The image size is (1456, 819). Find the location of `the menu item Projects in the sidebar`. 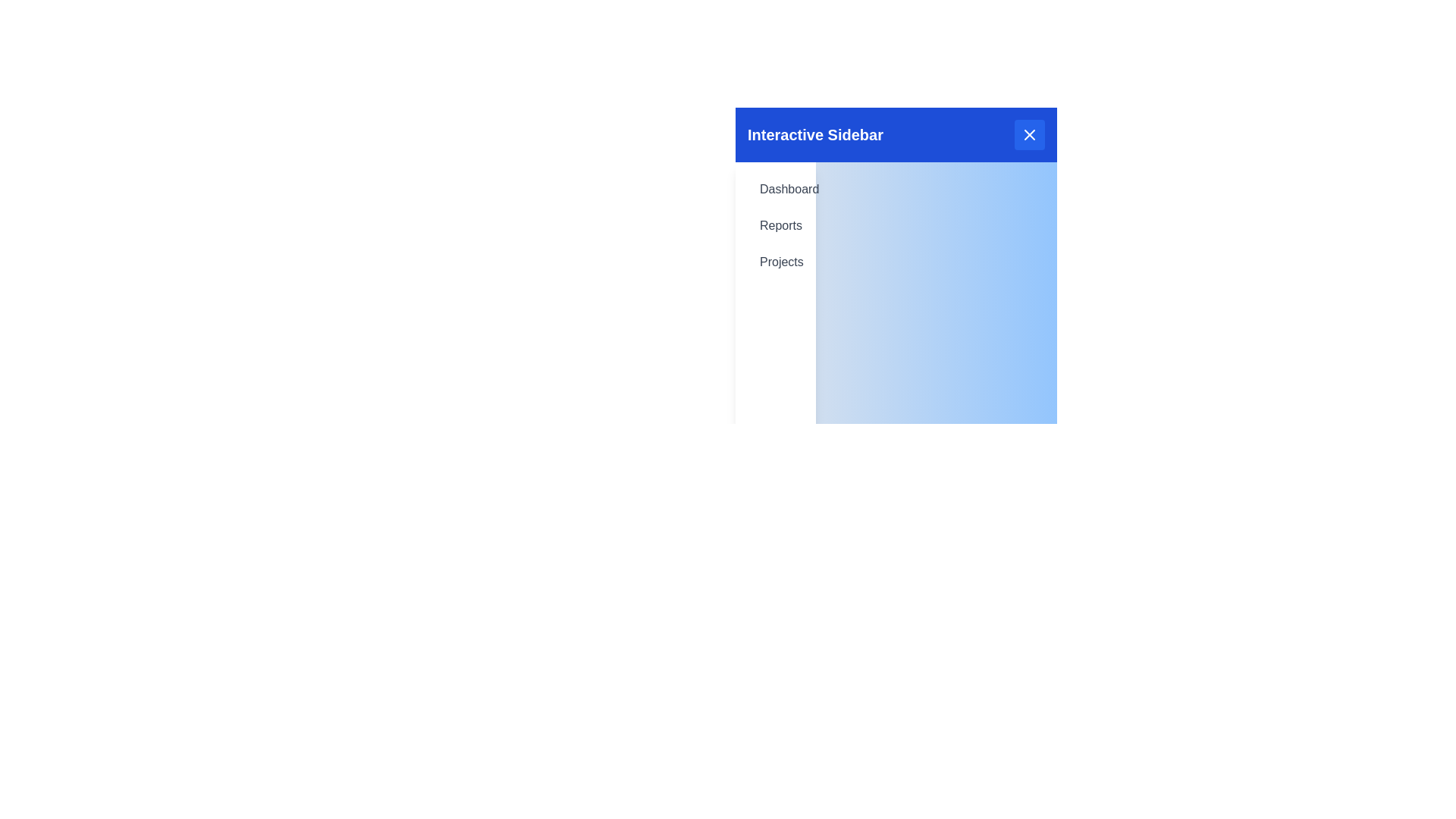

the menu item Projects in the sidebar is located at coordinates (775, 262).